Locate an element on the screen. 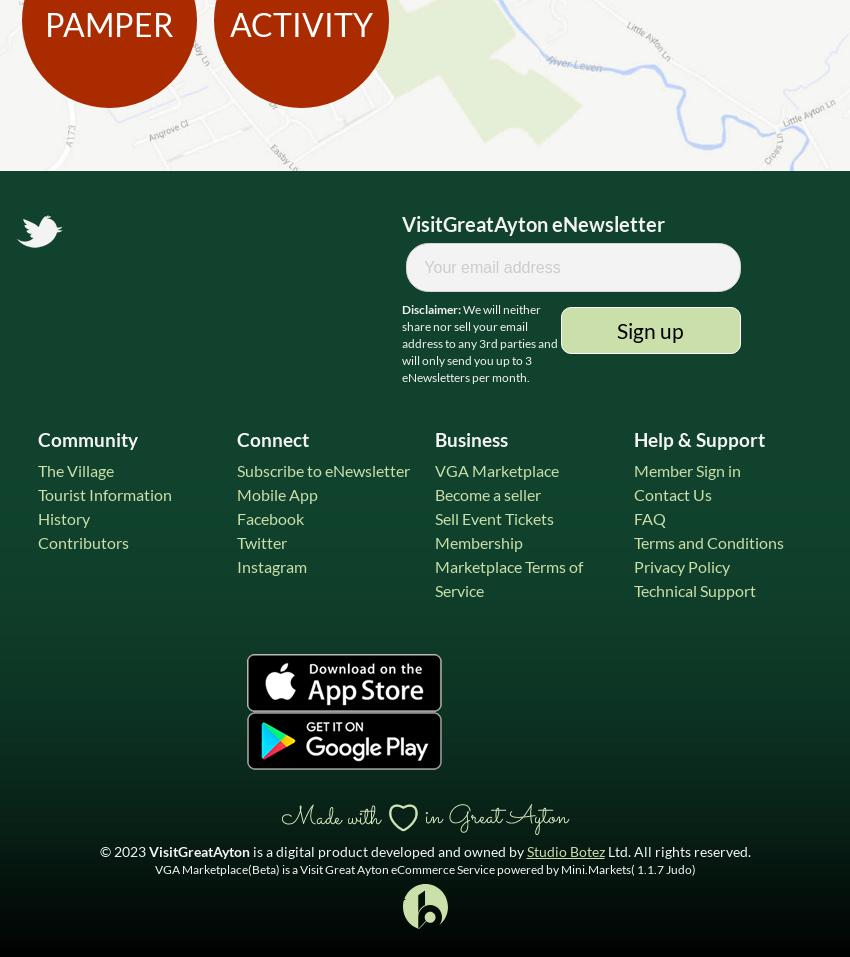 Image resolution: width=850 pixels, height=957 pixels. 'Tourist Information' is located at coordinates (103, 494).